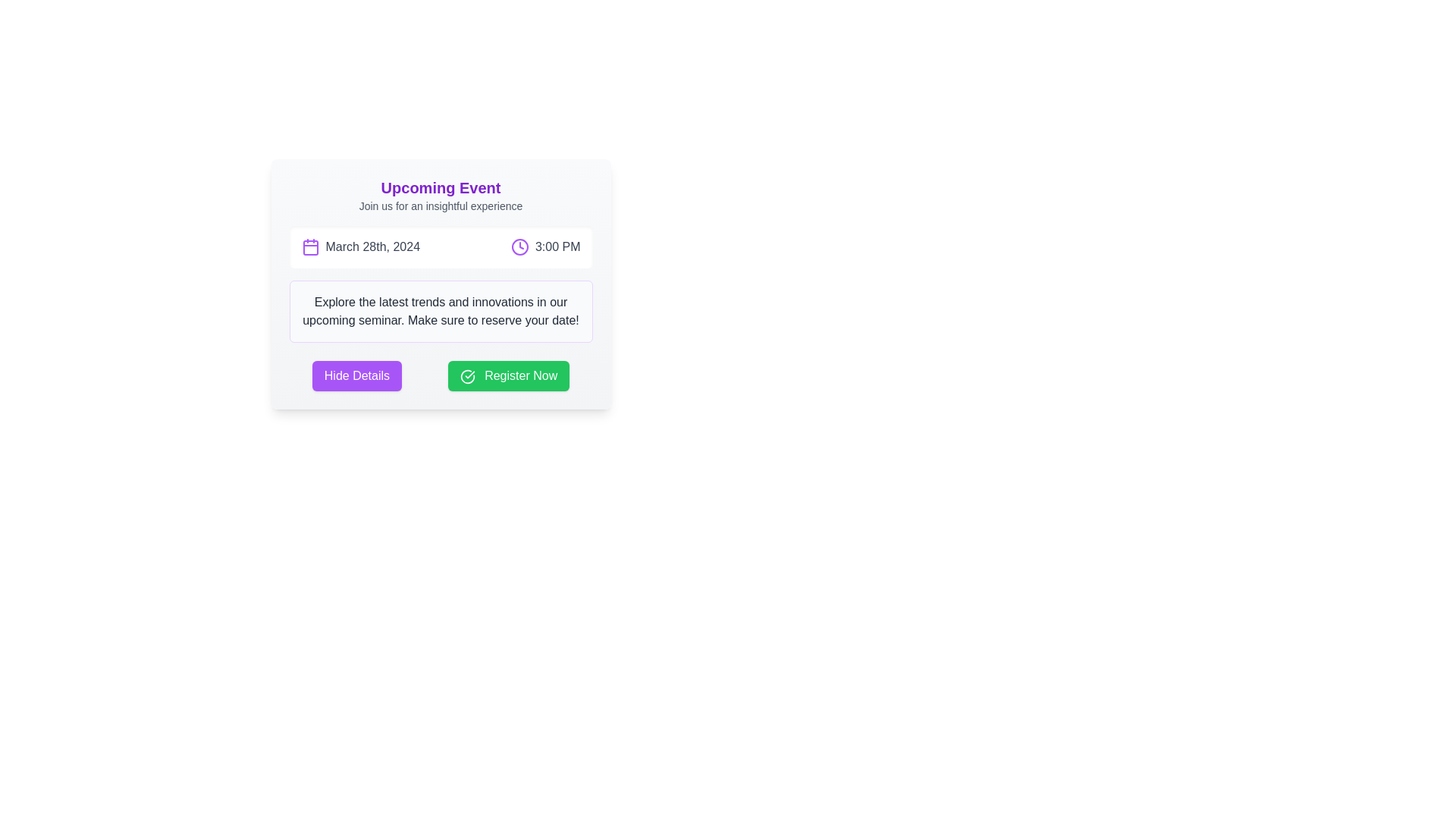  Describe the element at coordinates (440, 311) in the screenshot. I see `text displayed in the centrally aligned text block with gray font color, located in the lower half of the card interface, above the action buttons` at that location.